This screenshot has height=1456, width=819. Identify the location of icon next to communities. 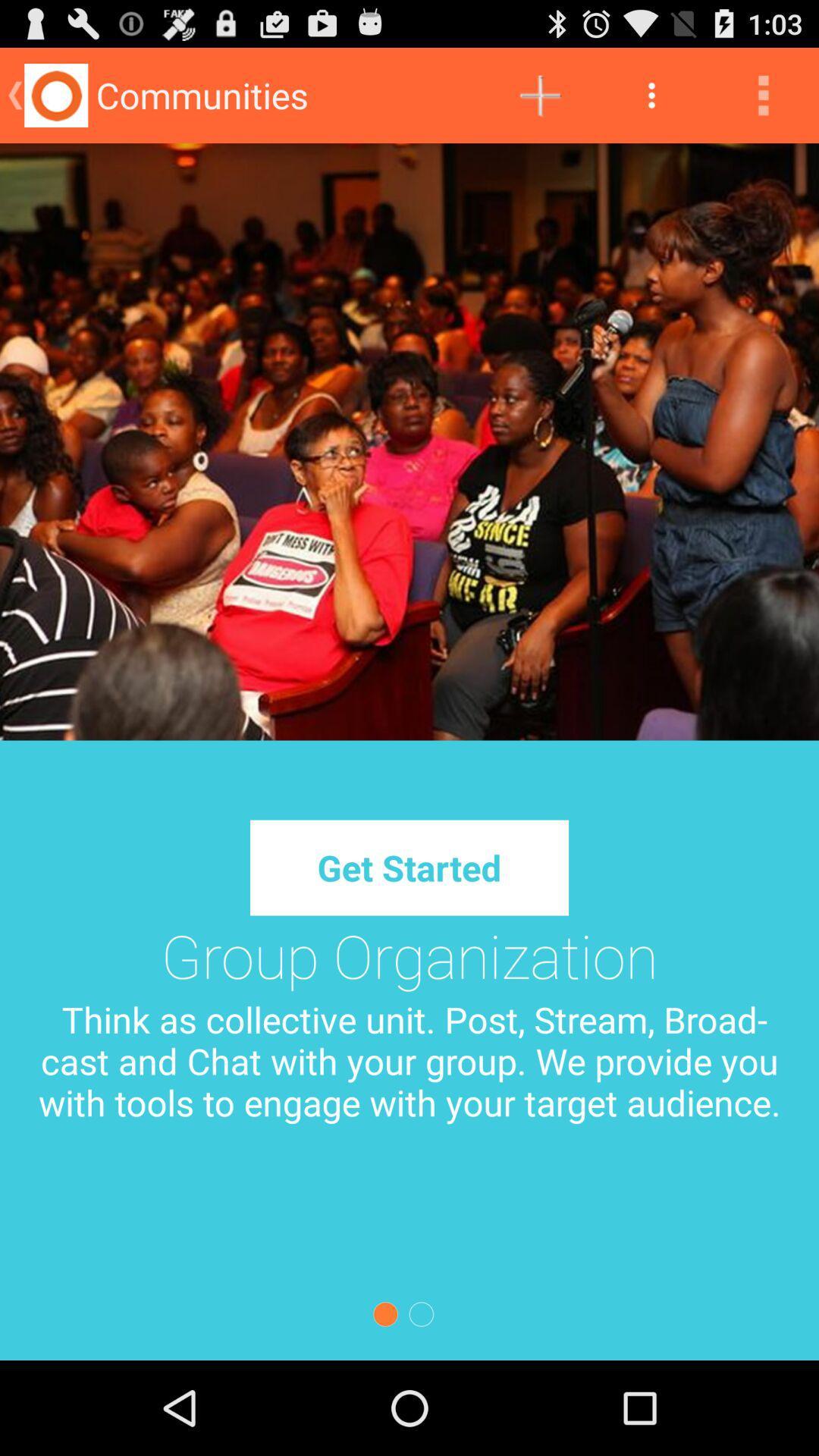
(539, 94).